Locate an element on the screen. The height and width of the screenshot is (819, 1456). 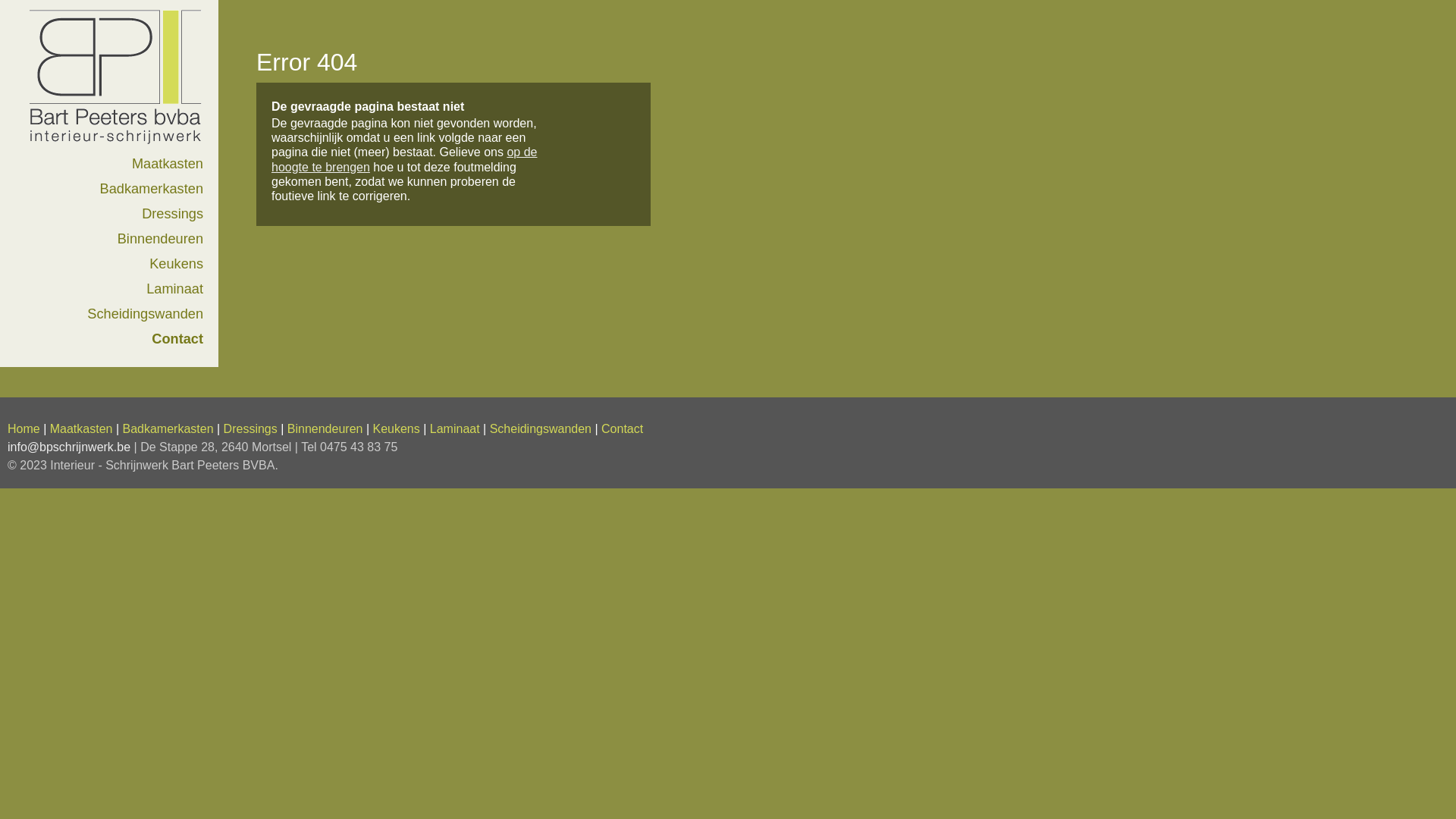
'Badkamerkasten' is located at coordinates (168, 428).